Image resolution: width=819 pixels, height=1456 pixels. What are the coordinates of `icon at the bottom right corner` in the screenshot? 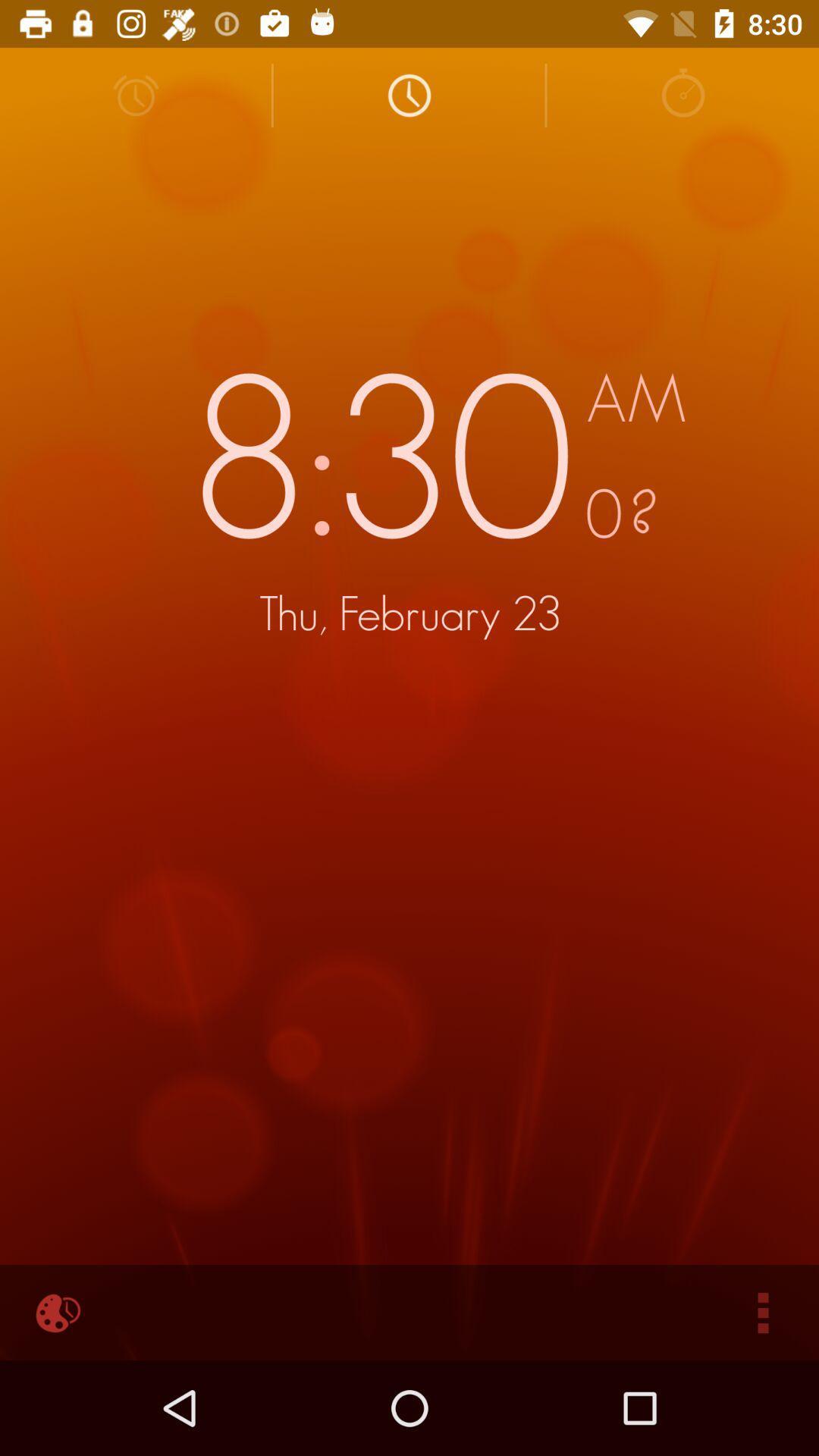 It's located at (763, 1312).